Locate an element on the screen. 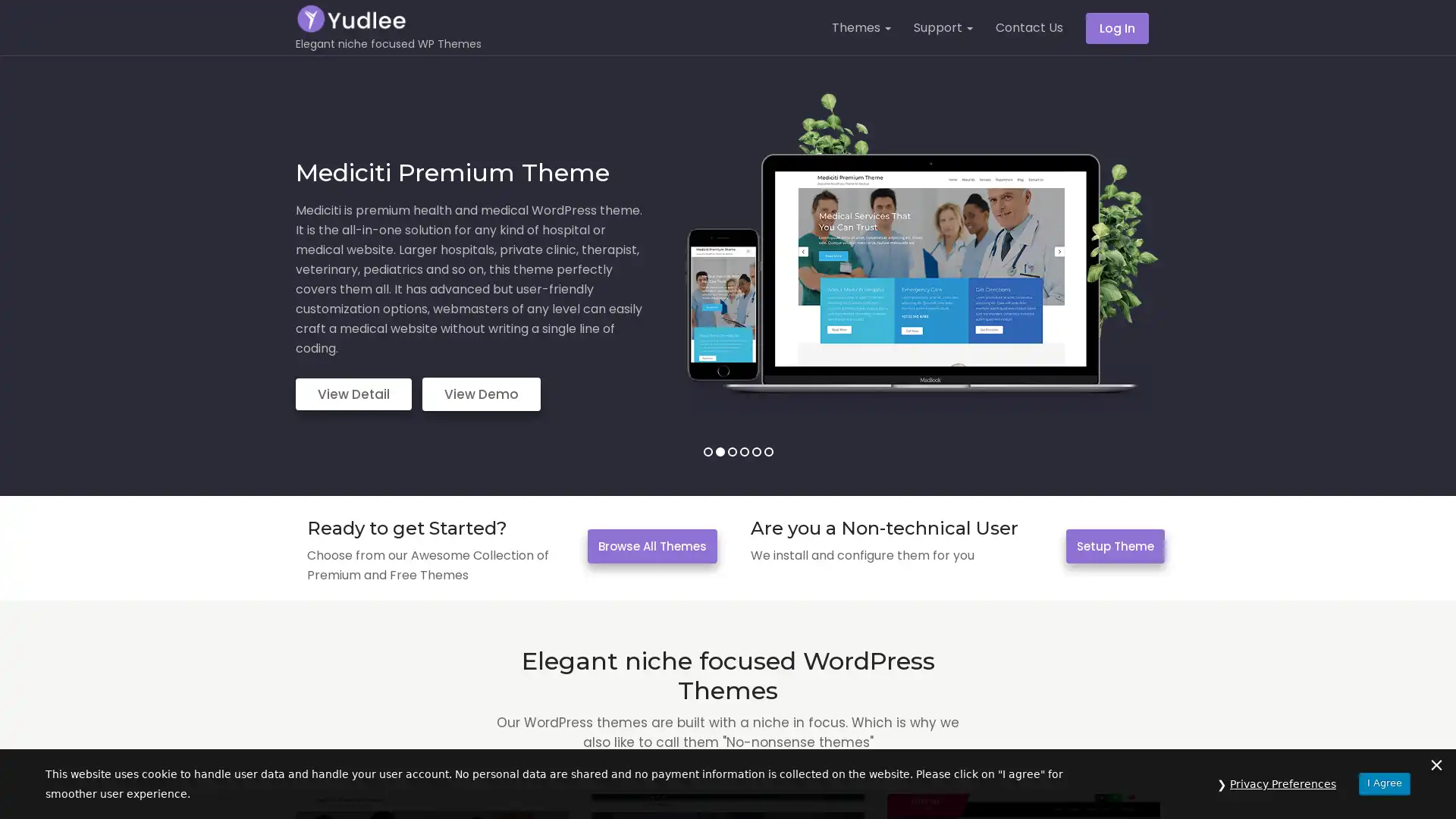 The height and width of the screenshot is (819, 1456). I Agree is located at coordinates (1384, 783).